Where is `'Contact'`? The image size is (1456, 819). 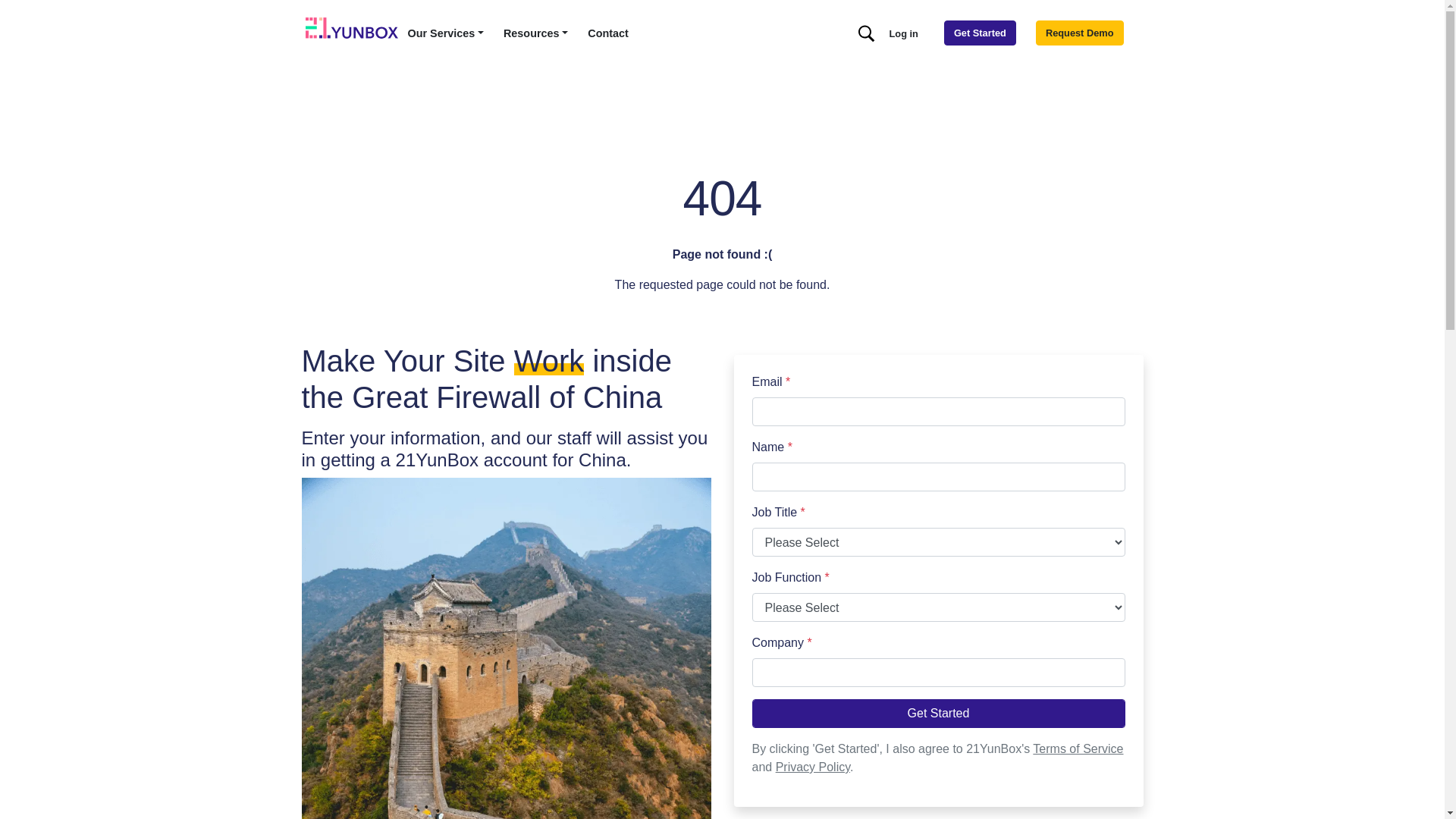
'Contact' is located at coordinates (581, 34).